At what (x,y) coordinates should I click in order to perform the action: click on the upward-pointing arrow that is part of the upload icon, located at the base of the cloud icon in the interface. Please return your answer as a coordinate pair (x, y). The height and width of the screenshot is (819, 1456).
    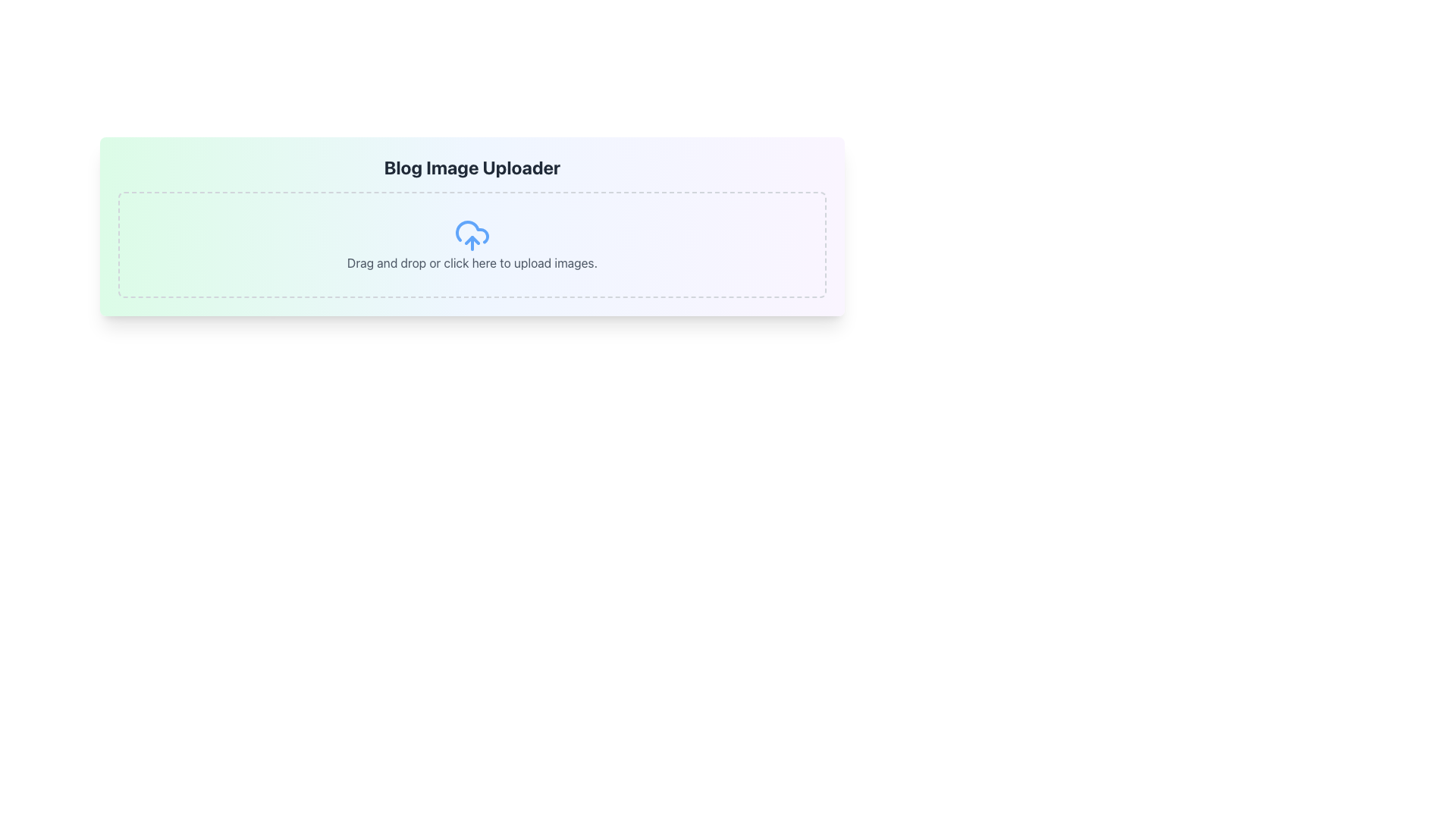
    Looking at the image, I should click on (472, 239).